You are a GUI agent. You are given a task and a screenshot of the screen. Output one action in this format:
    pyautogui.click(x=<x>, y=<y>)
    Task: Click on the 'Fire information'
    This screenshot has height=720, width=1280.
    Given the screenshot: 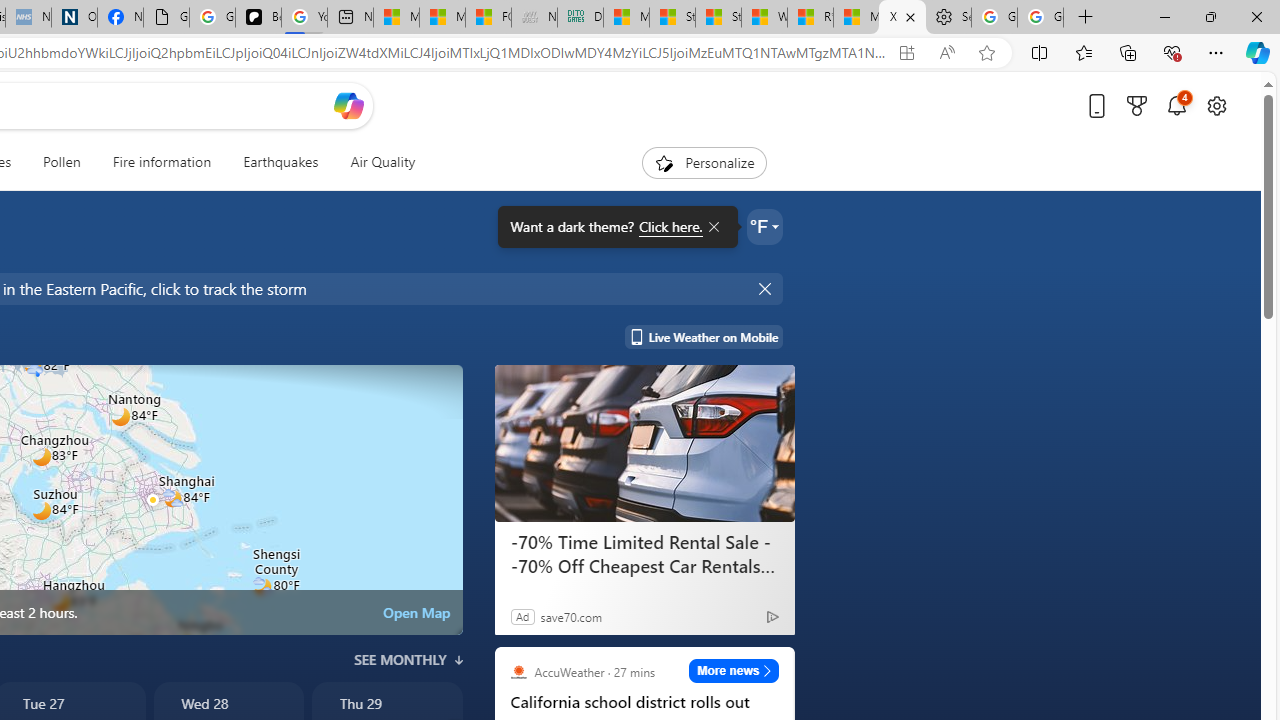 What is the action you would take?
    pyautogui.click(x=162, y=162)
    